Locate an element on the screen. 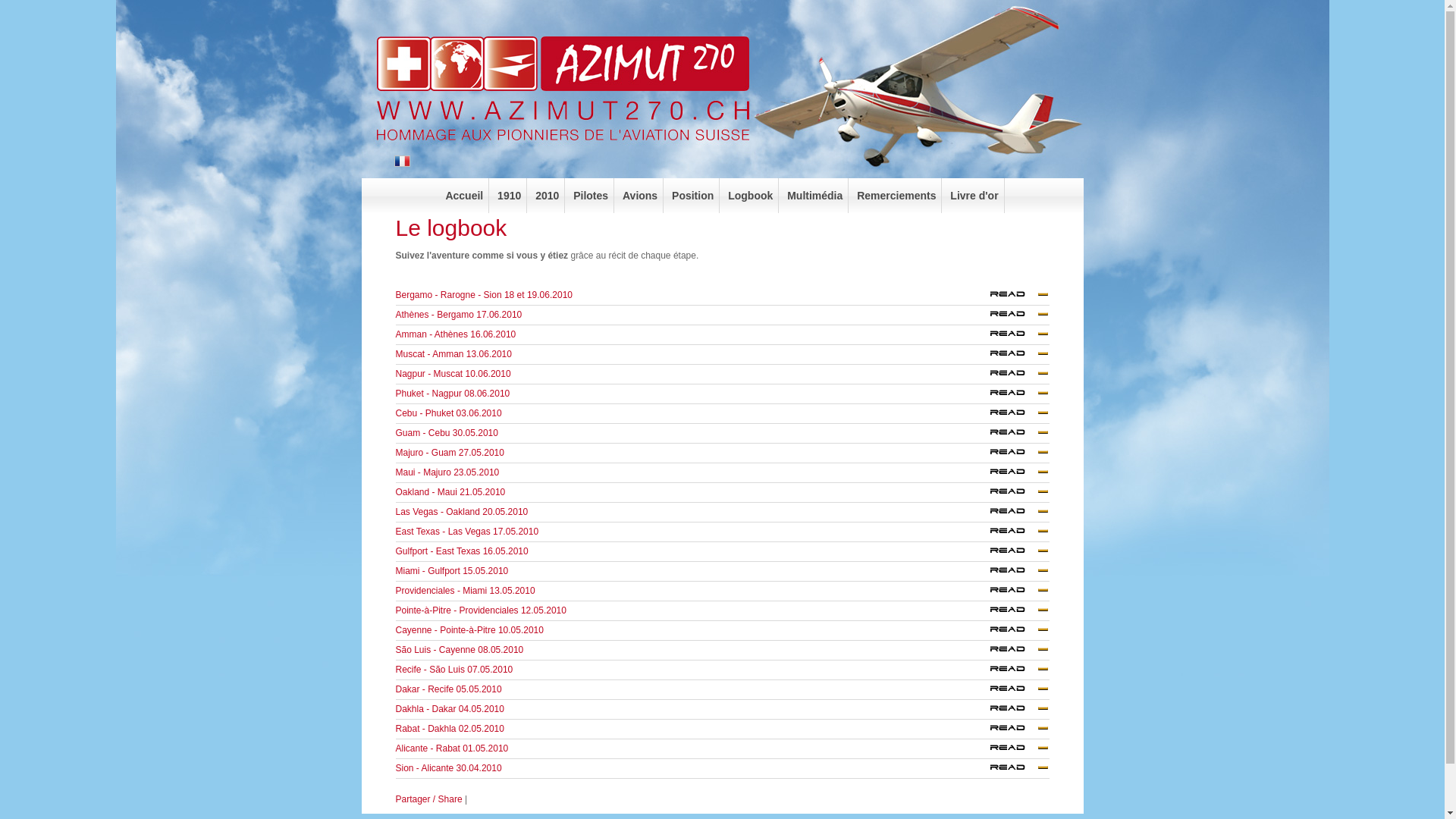 This screenshot has height=819, width=1456. 'Logbook' is located at coordinates (750, 195).